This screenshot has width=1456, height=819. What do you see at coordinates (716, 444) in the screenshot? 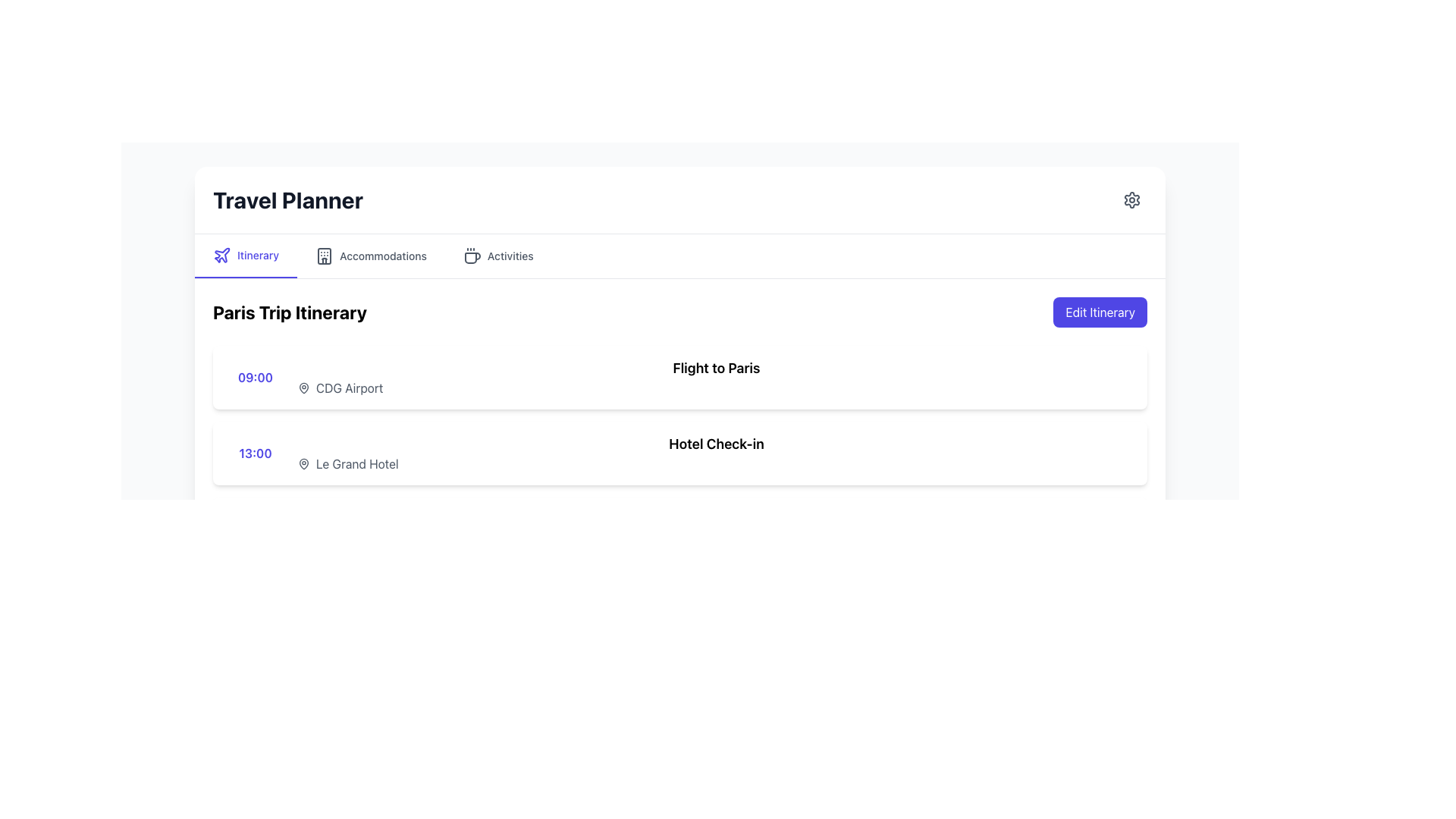
I see `the header label` at bounding box center [716, 444].